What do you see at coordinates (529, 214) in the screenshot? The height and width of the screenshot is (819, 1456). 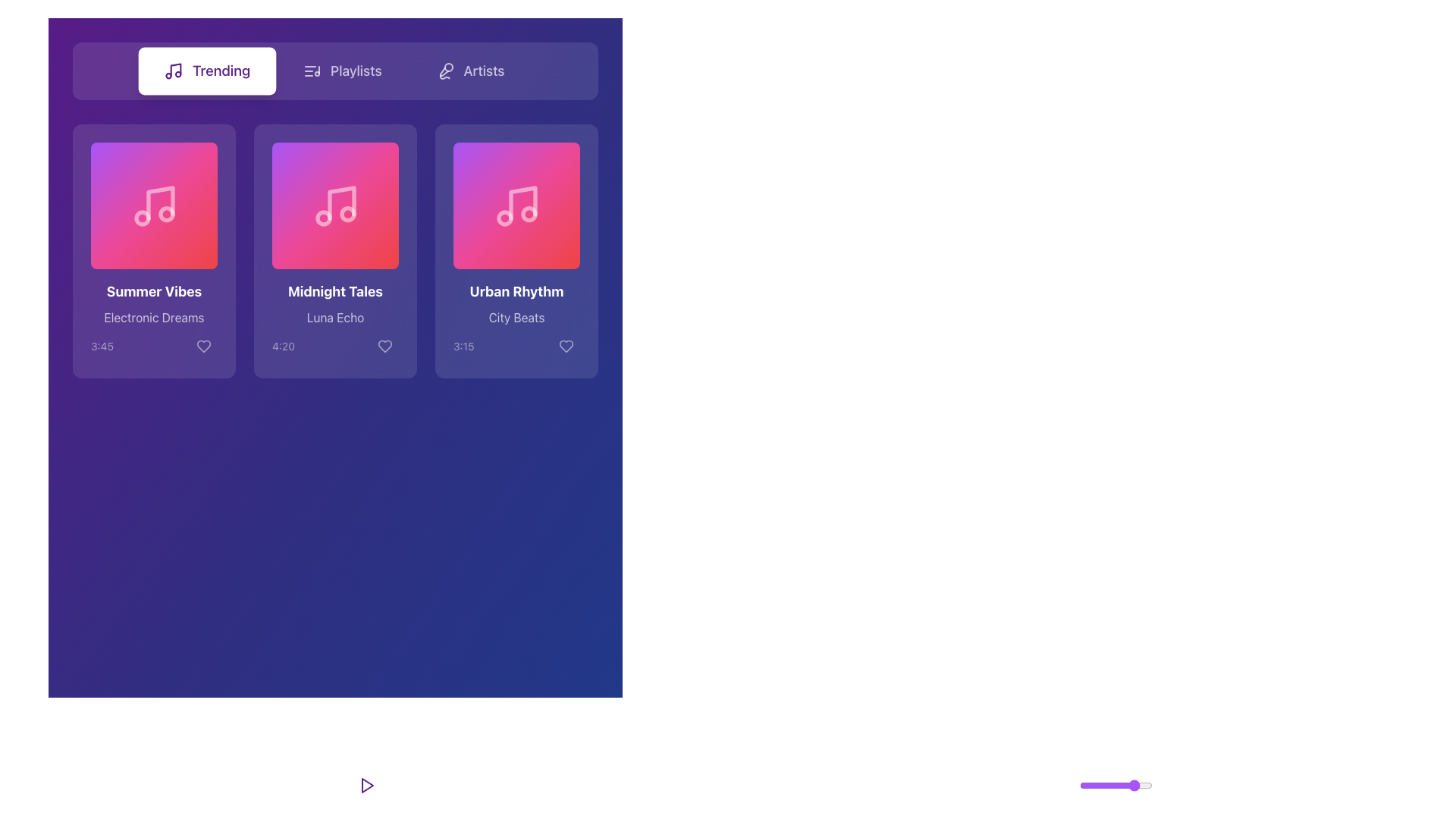 I see `the second circular shape with a white border and consistent color located near the top right section of the musical note icon in the 'Urban Rhythm' card` at bounding box center [529, 214].